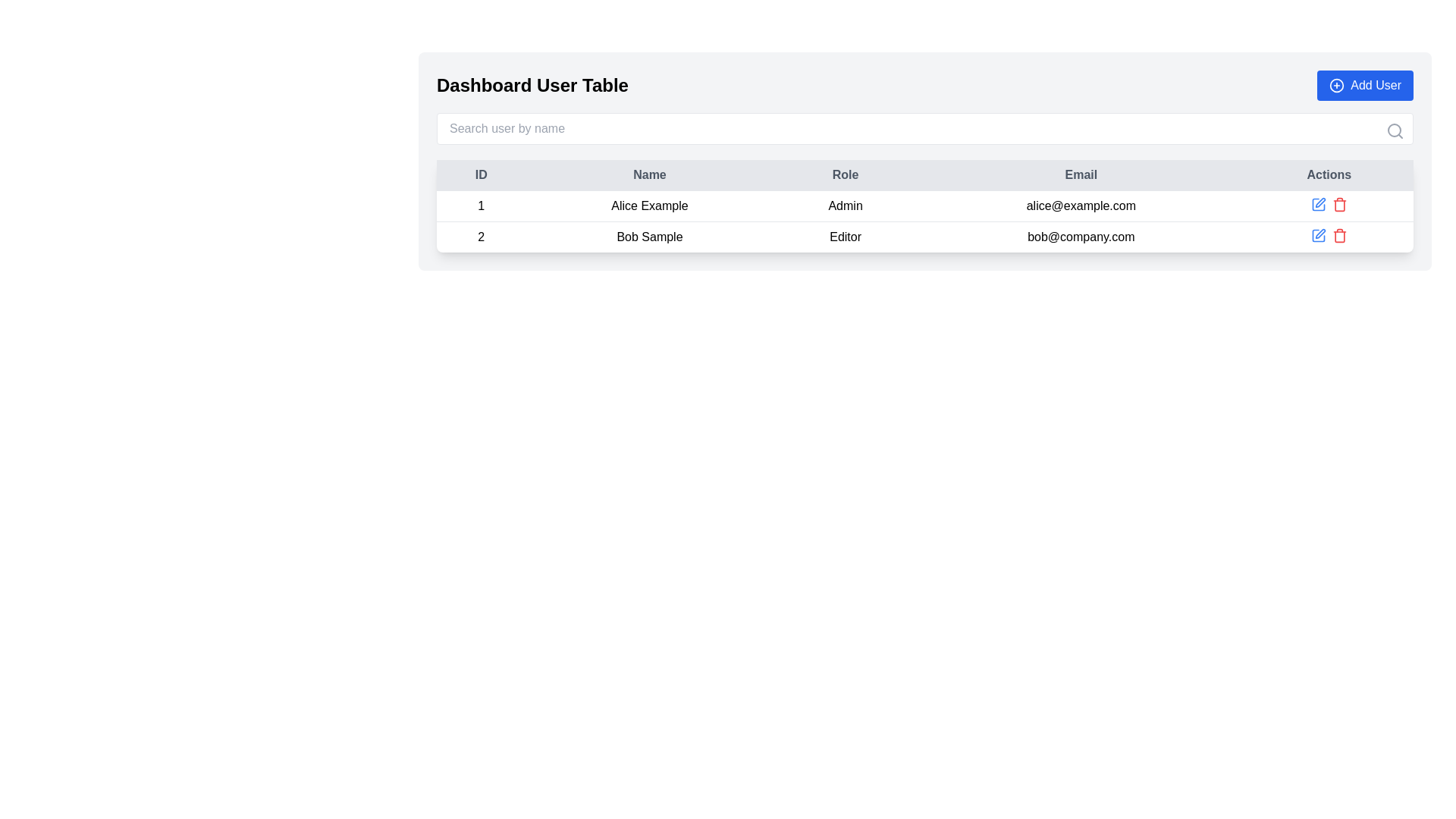  Describe the element at coordinates (924, 206) in the screenshot. I see `the first row in the user information table displaying data for Alice Example` at that location.